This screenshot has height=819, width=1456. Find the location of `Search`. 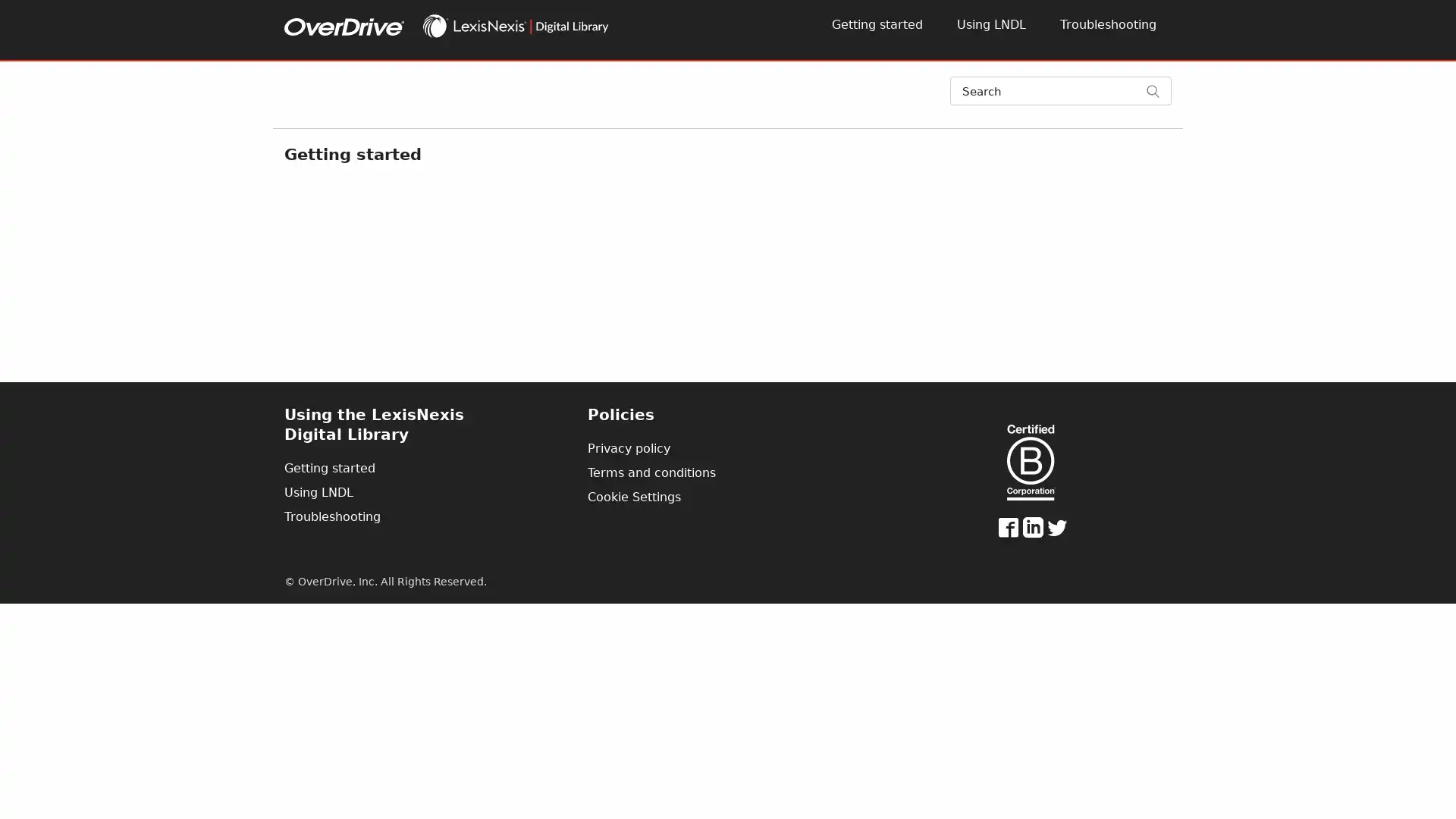

Search is located at coordinates (1158, 90).